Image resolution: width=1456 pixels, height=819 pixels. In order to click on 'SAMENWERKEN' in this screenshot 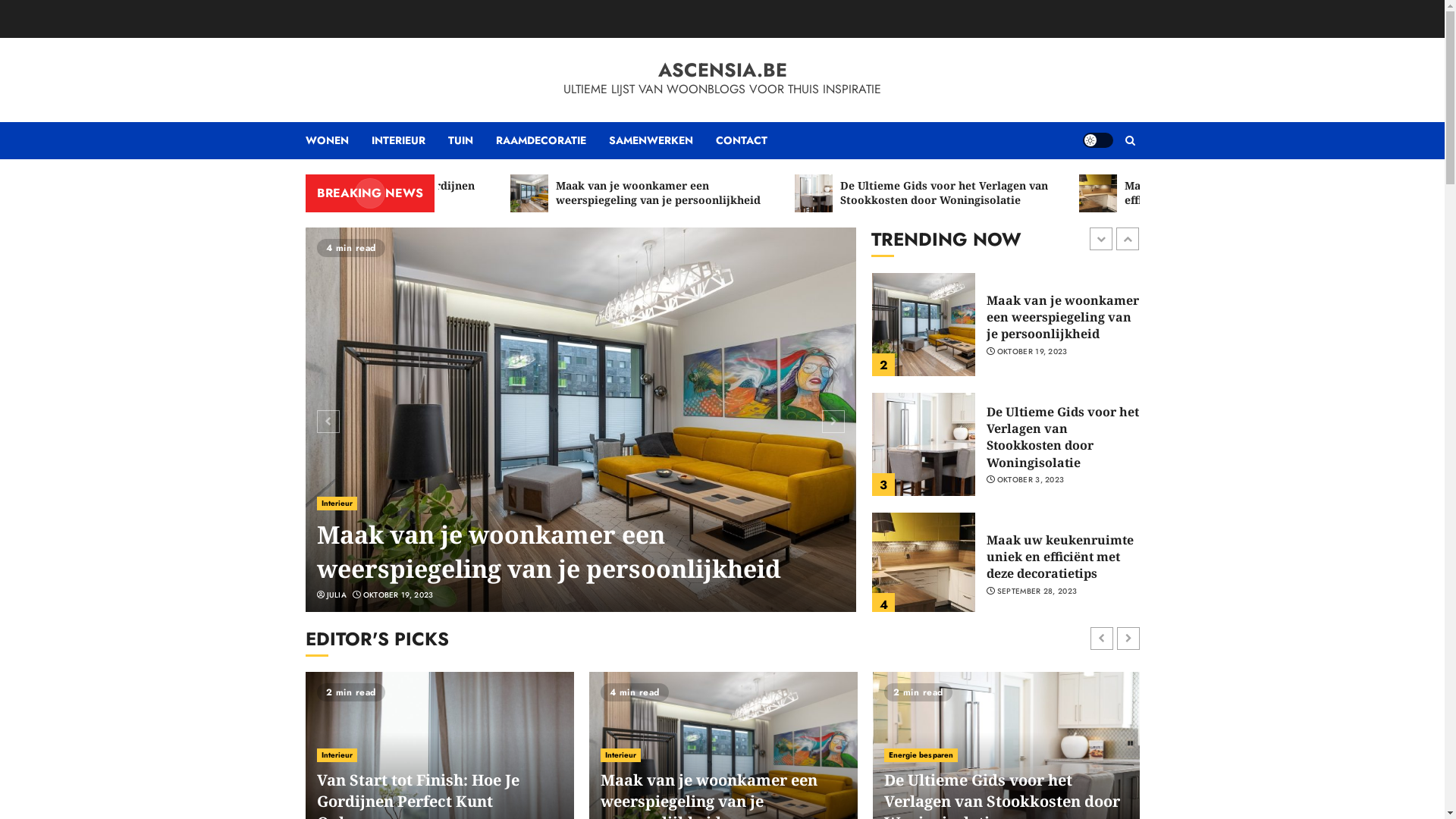, I will do `click(661, 140)`.